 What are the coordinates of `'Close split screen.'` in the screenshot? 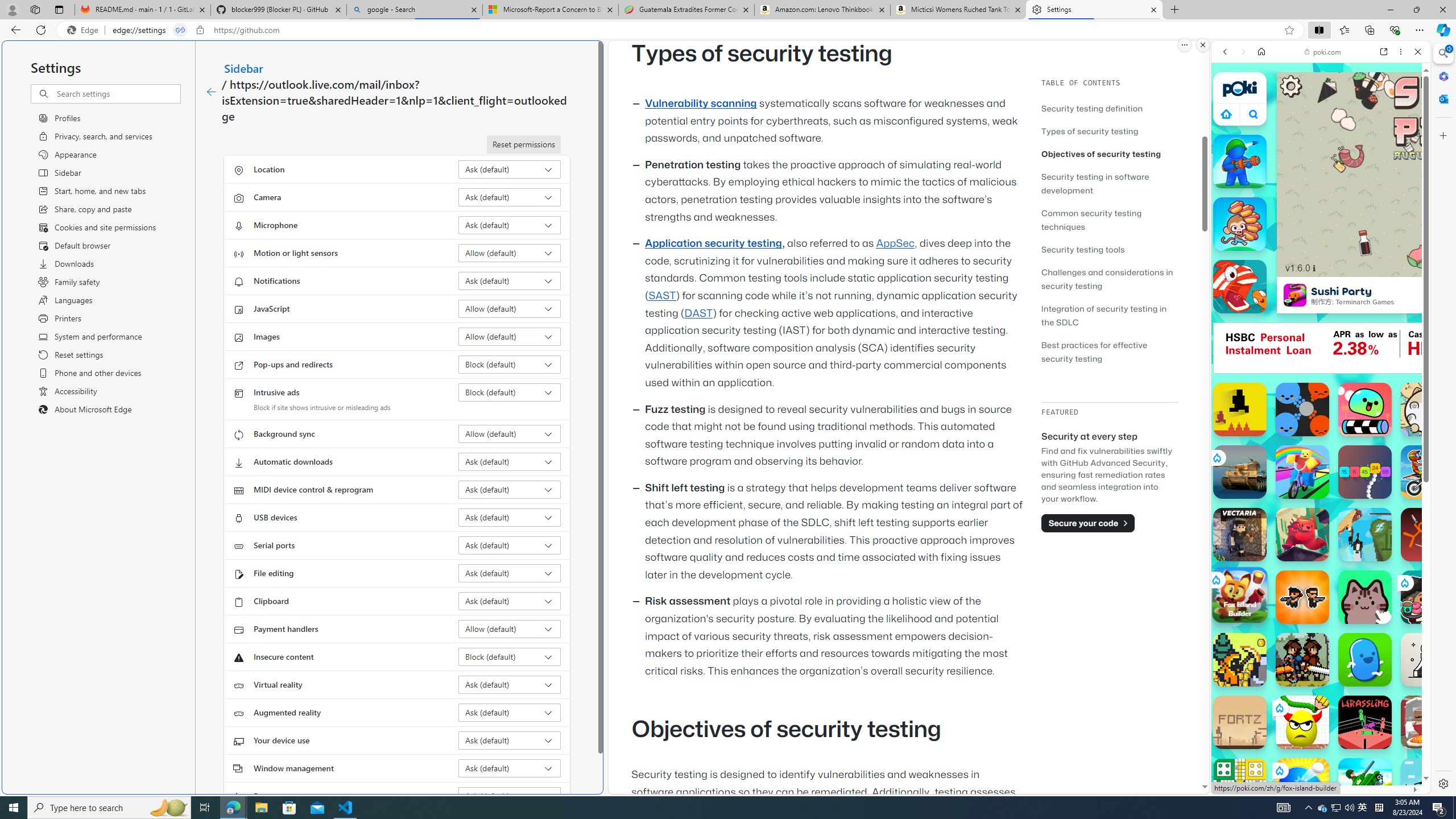 It's located at (1202, 44).